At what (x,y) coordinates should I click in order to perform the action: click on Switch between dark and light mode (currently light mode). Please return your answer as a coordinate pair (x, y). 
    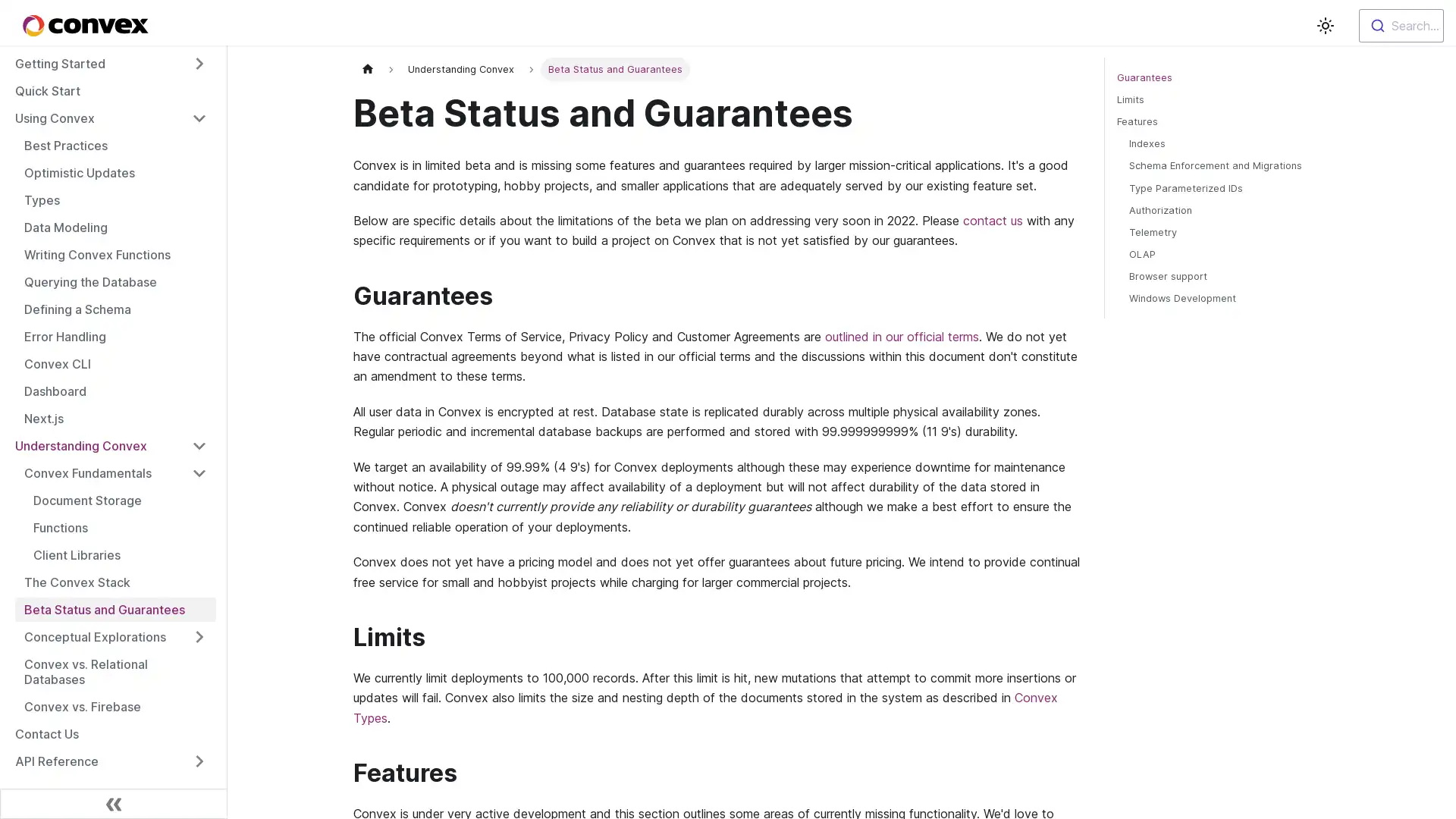
    Looking at the image, I should click on (1324, 26).